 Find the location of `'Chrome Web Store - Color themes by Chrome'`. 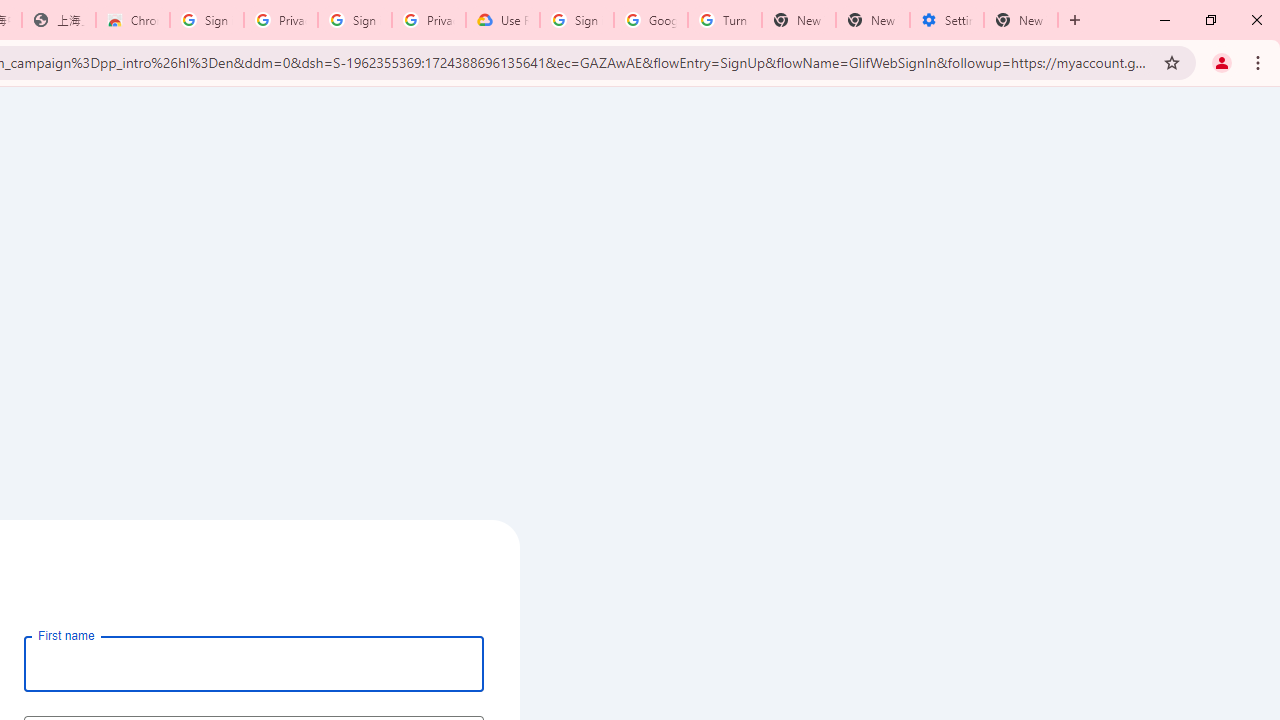

'Chrome Web Store - Color themes by Chrome' is located at coordinates (132, 20).